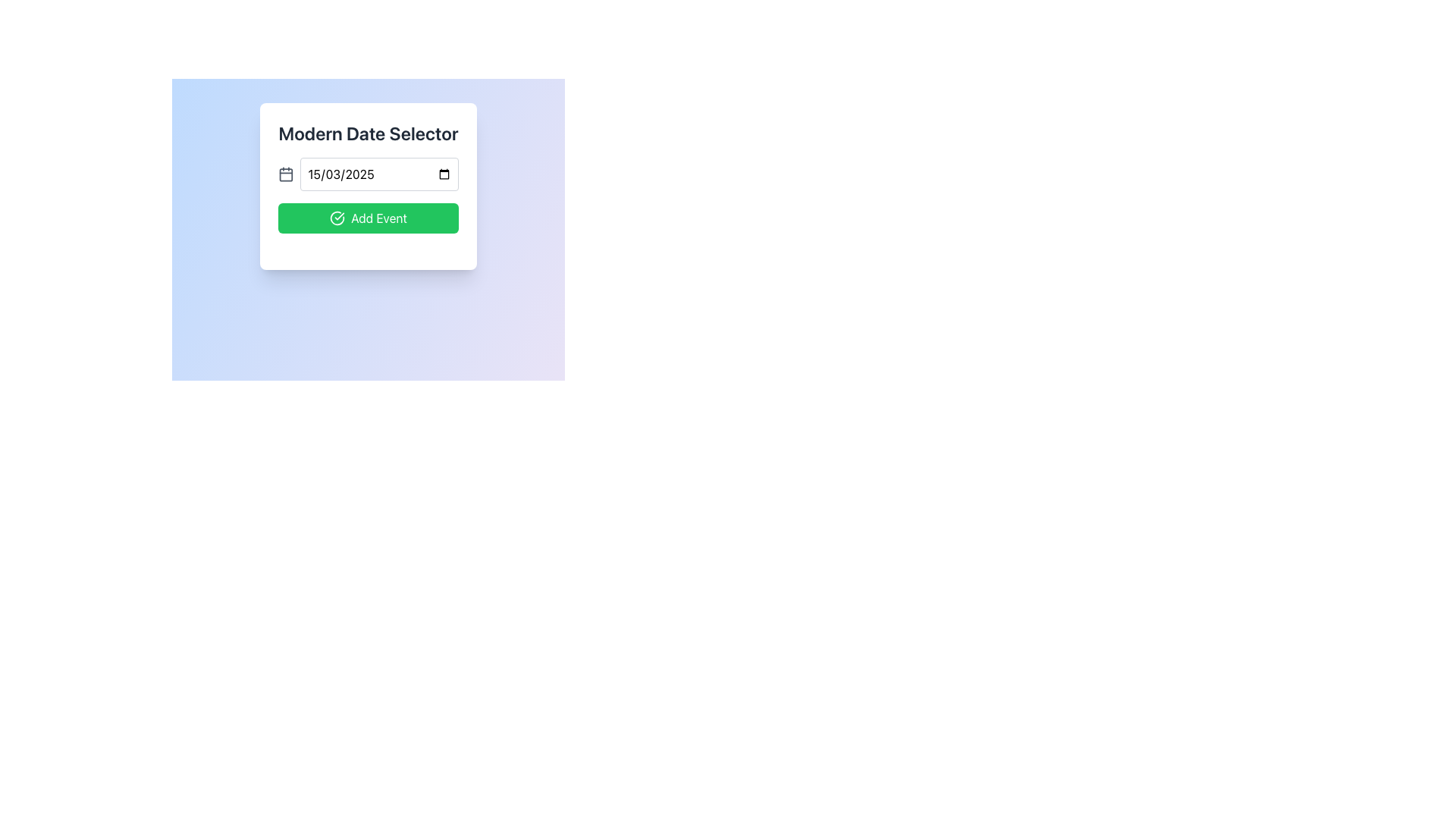  I want to click on the calendar icon, which is an outlined square with a grid and two horizontal lines, to focus on the related date input field, so click(286, 174).